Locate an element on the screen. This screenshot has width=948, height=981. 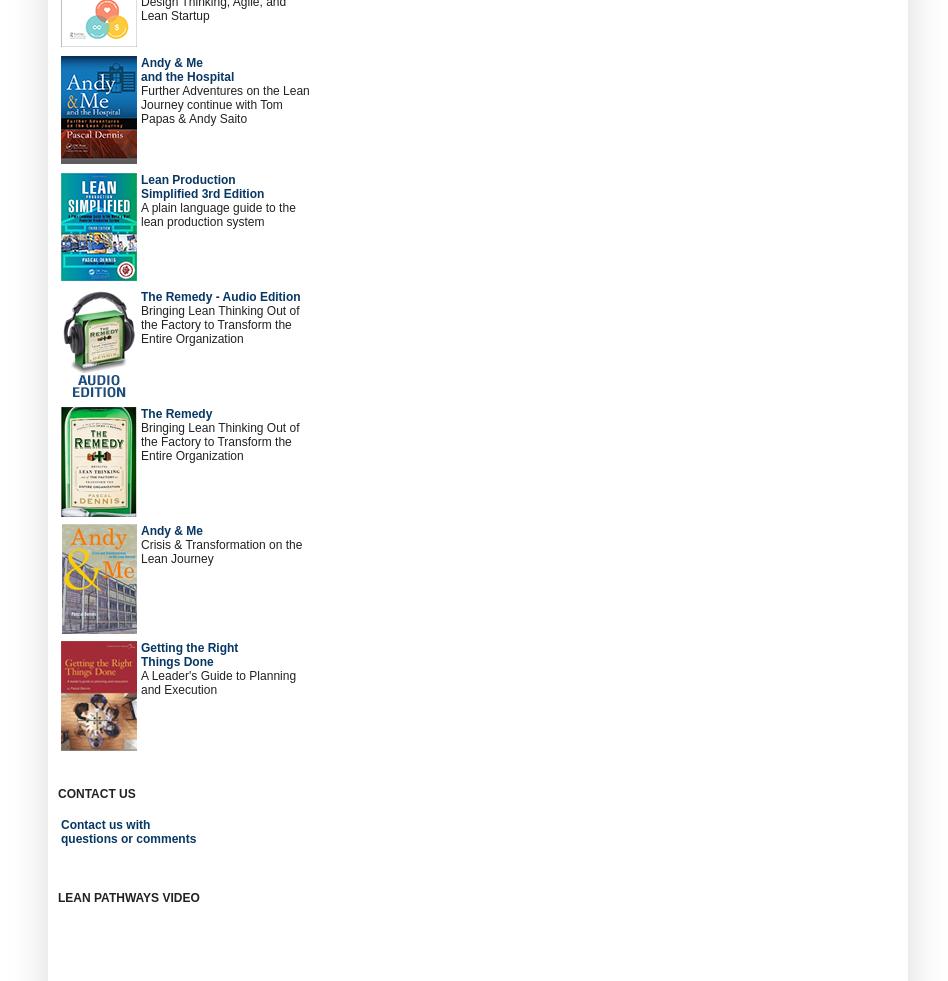
'The Remedy - Audio Edition' is located at coordinates (219, 296).